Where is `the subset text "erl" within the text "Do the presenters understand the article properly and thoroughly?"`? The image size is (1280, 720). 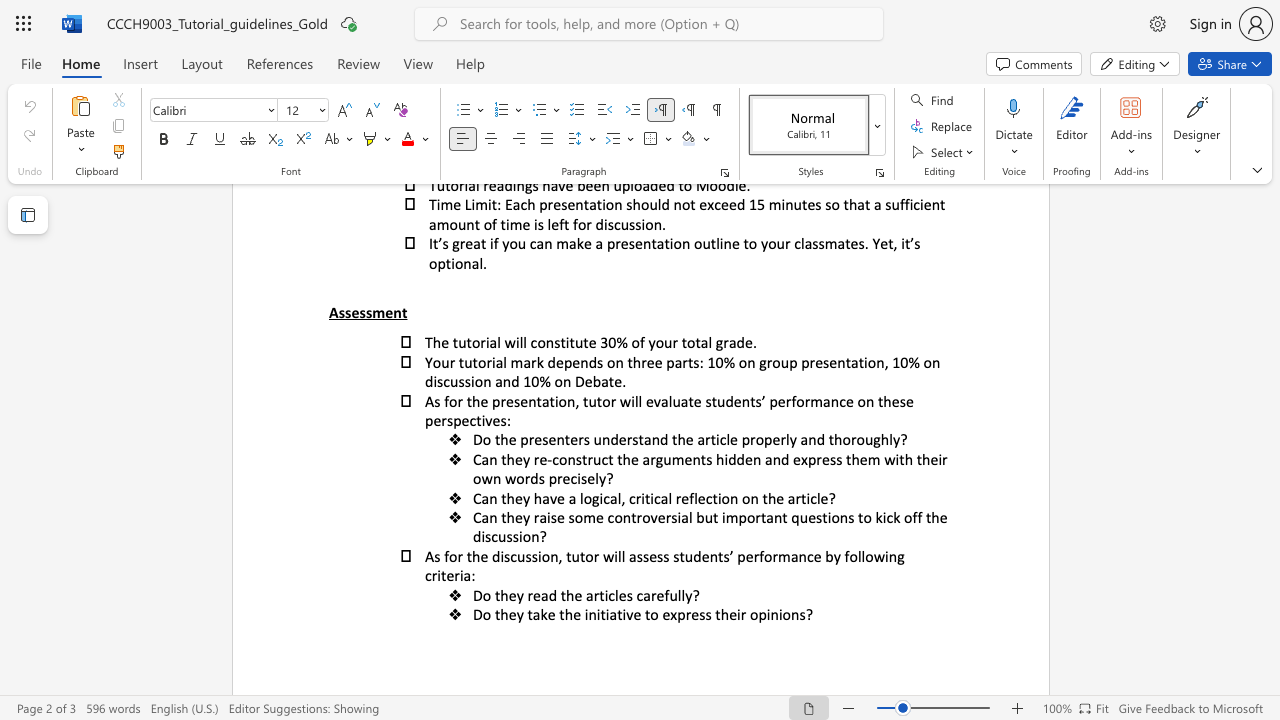
the subset text "erl" within the text "Do the presenters understand the article properly and thoroughly?" is located at coordinates (771, 438).